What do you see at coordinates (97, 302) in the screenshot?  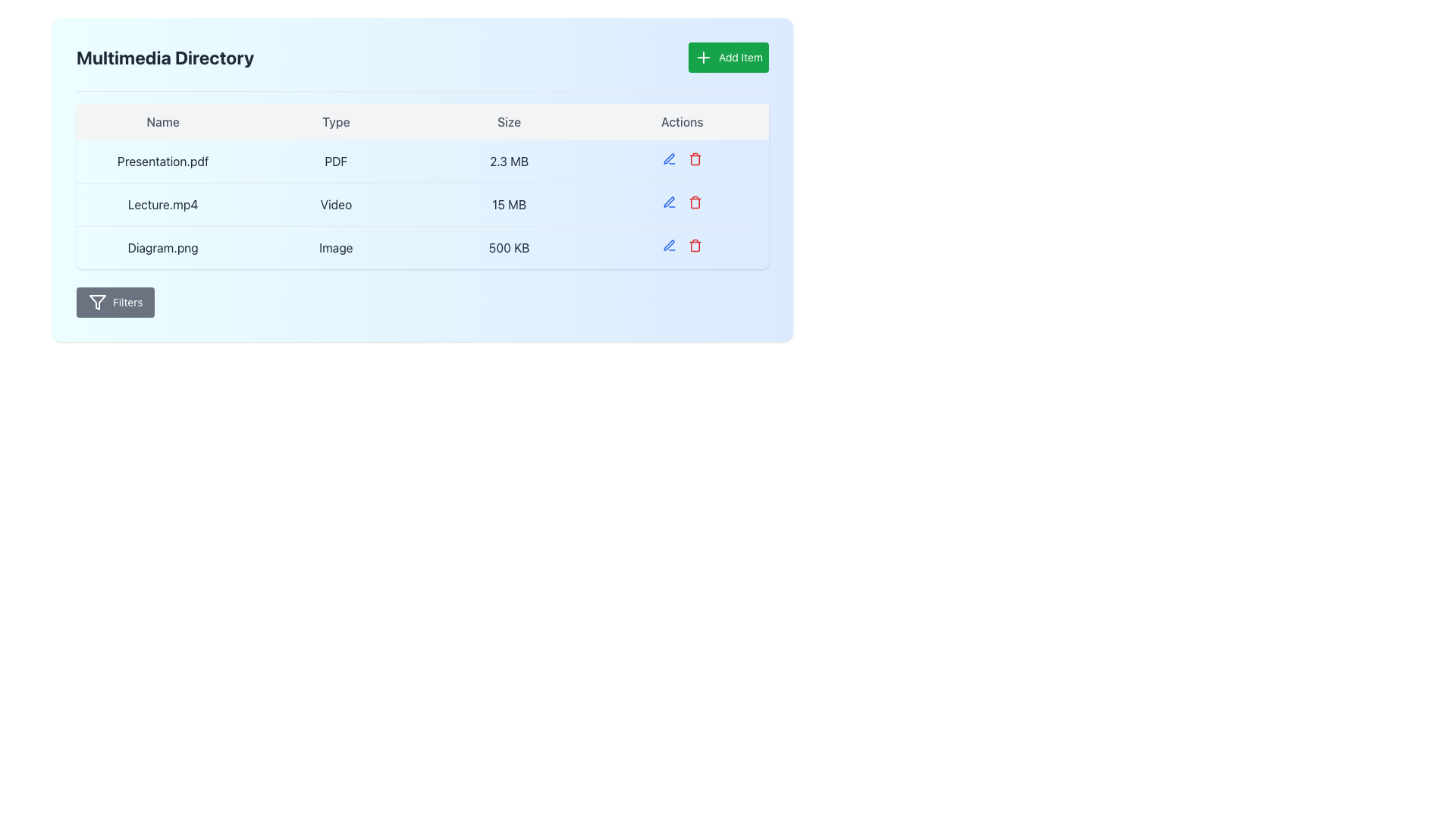 I see `the filter icon located in the bottom-left section of the user interface, underneath the 'Multimedia Directory' table, to interact with the filter options` at bounding box center [97, 302].